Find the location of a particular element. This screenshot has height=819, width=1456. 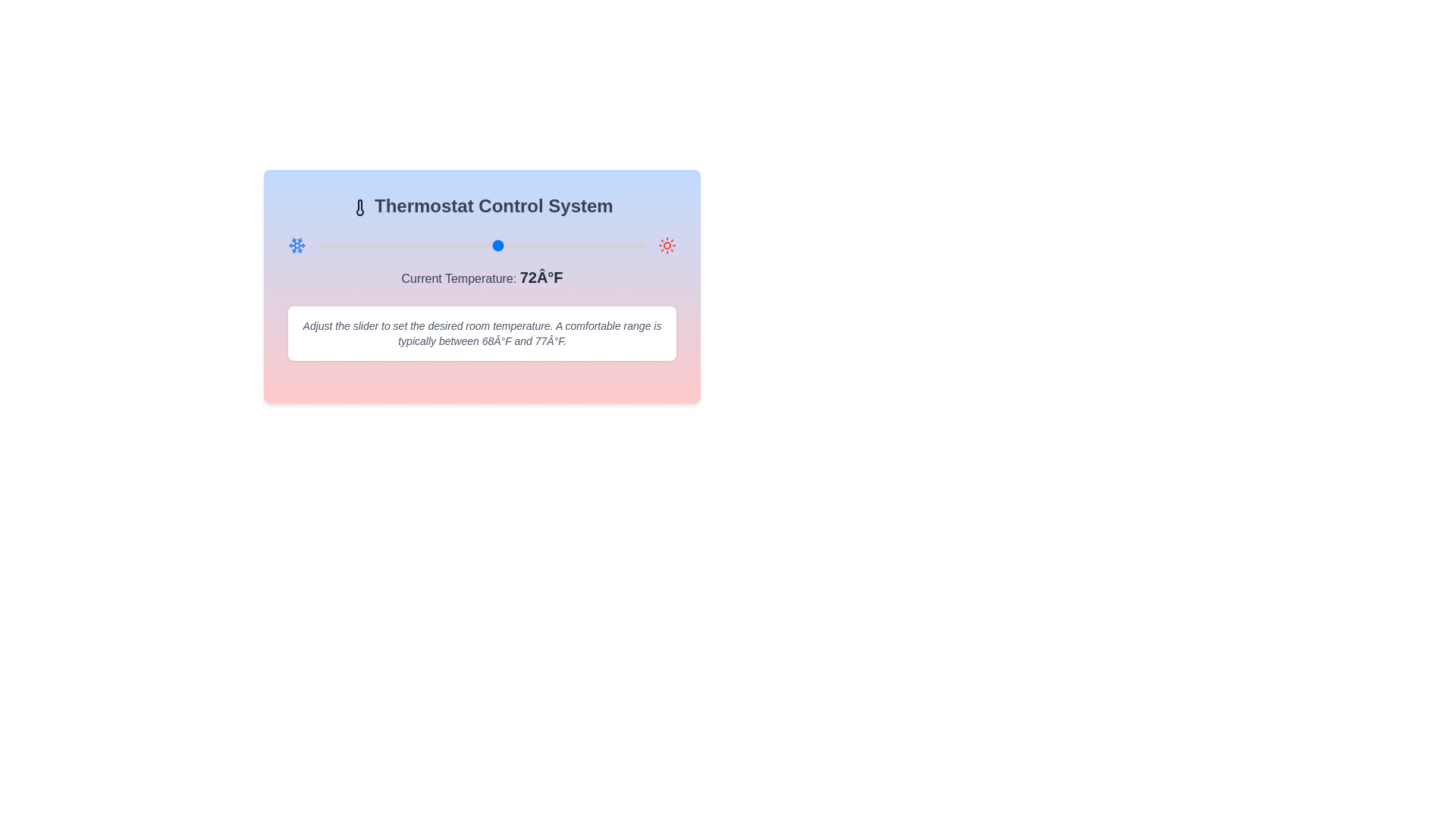

the snowflake icon to activate its functionality is located at coordinates (297, 245).